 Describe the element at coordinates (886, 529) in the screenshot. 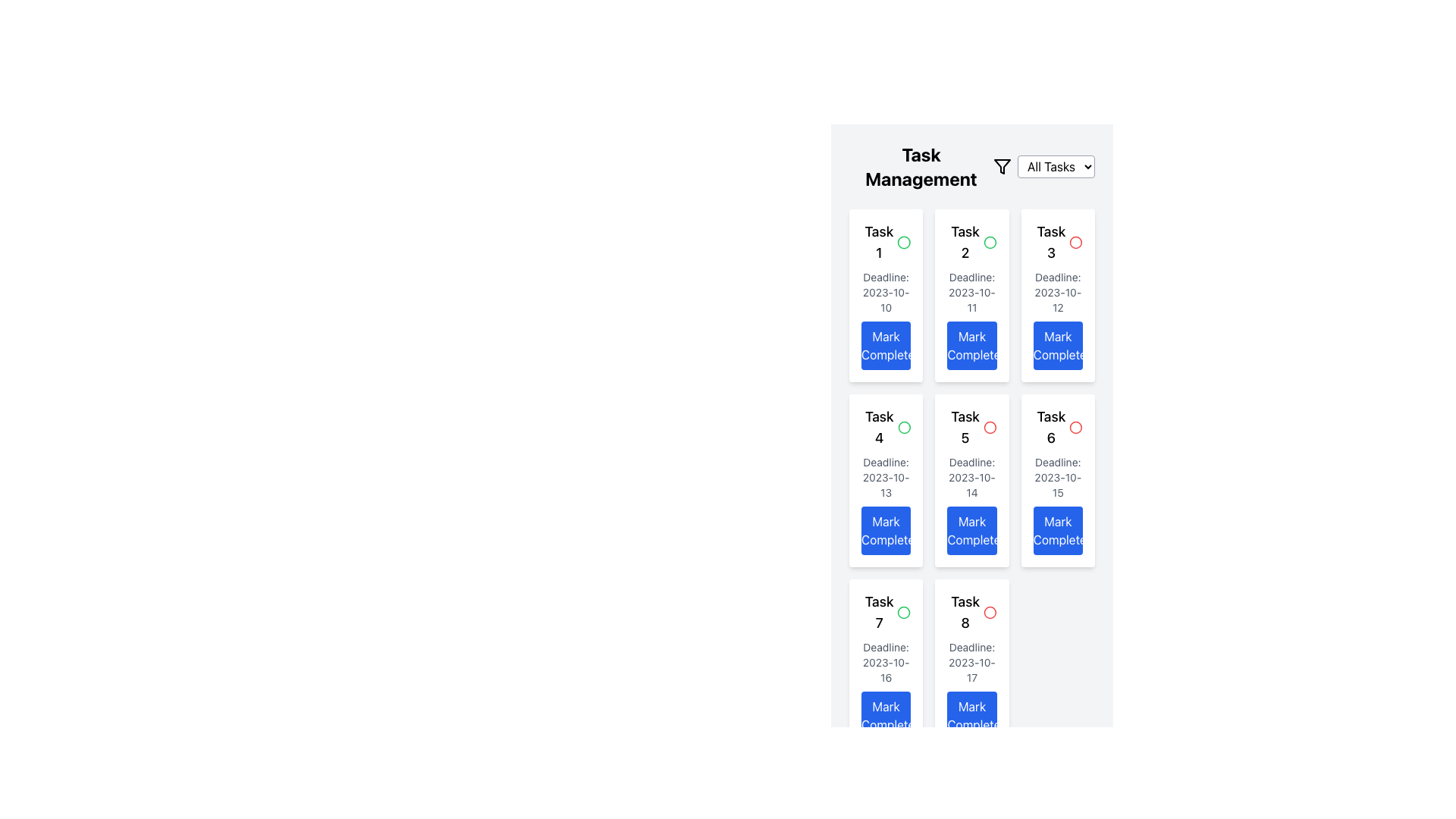

I see `the button at the bottom center of the 'Task 4' card to mark the task as completed` at that location.